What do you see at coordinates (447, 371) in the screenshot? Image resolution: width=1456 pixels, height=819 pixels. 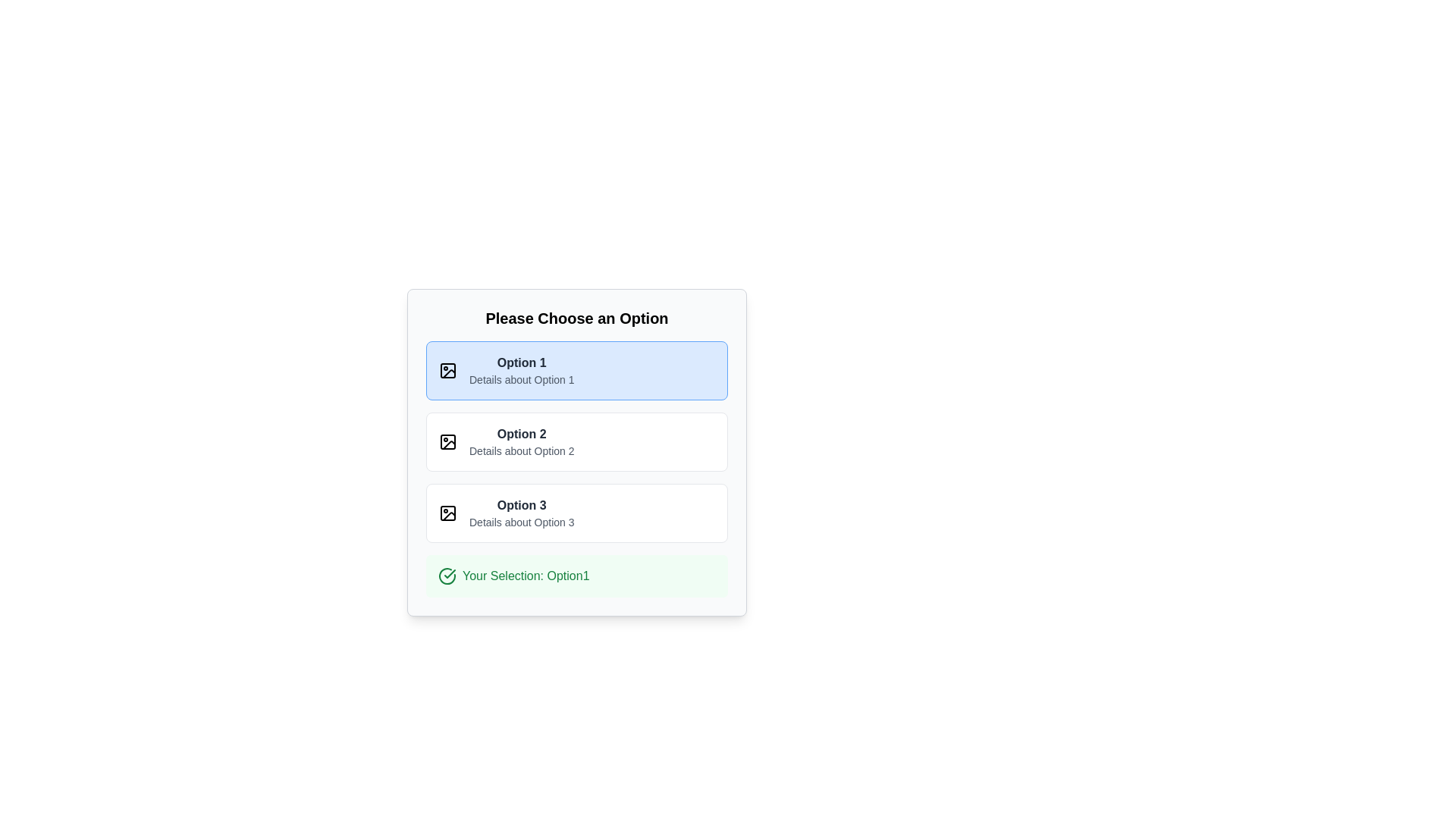 I see `the Image icon located at the top-left of the blue highlighted area labeled 'Option 1', which is the first item in a vertical list of options` at bounding box center [447, 371].